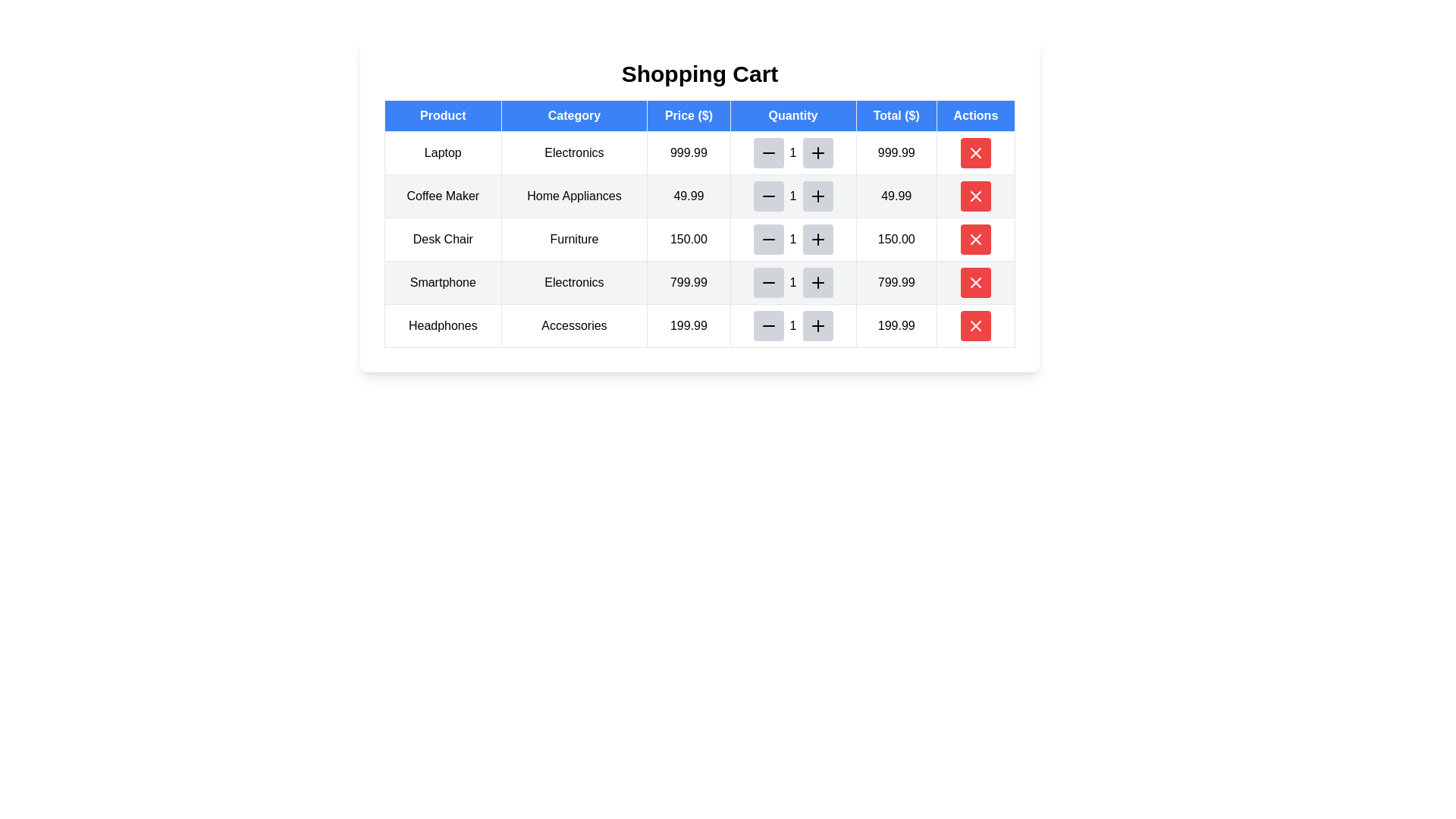 This screenshot has height=819, width=1456. Describe the element at coordinates (817, 283) in the screenshot. I see `the plus button located in the Quantity column for the fourth row representing the item Smartphone in the shopping cart table, which is situated to the right of the number '1' input field` at that location.